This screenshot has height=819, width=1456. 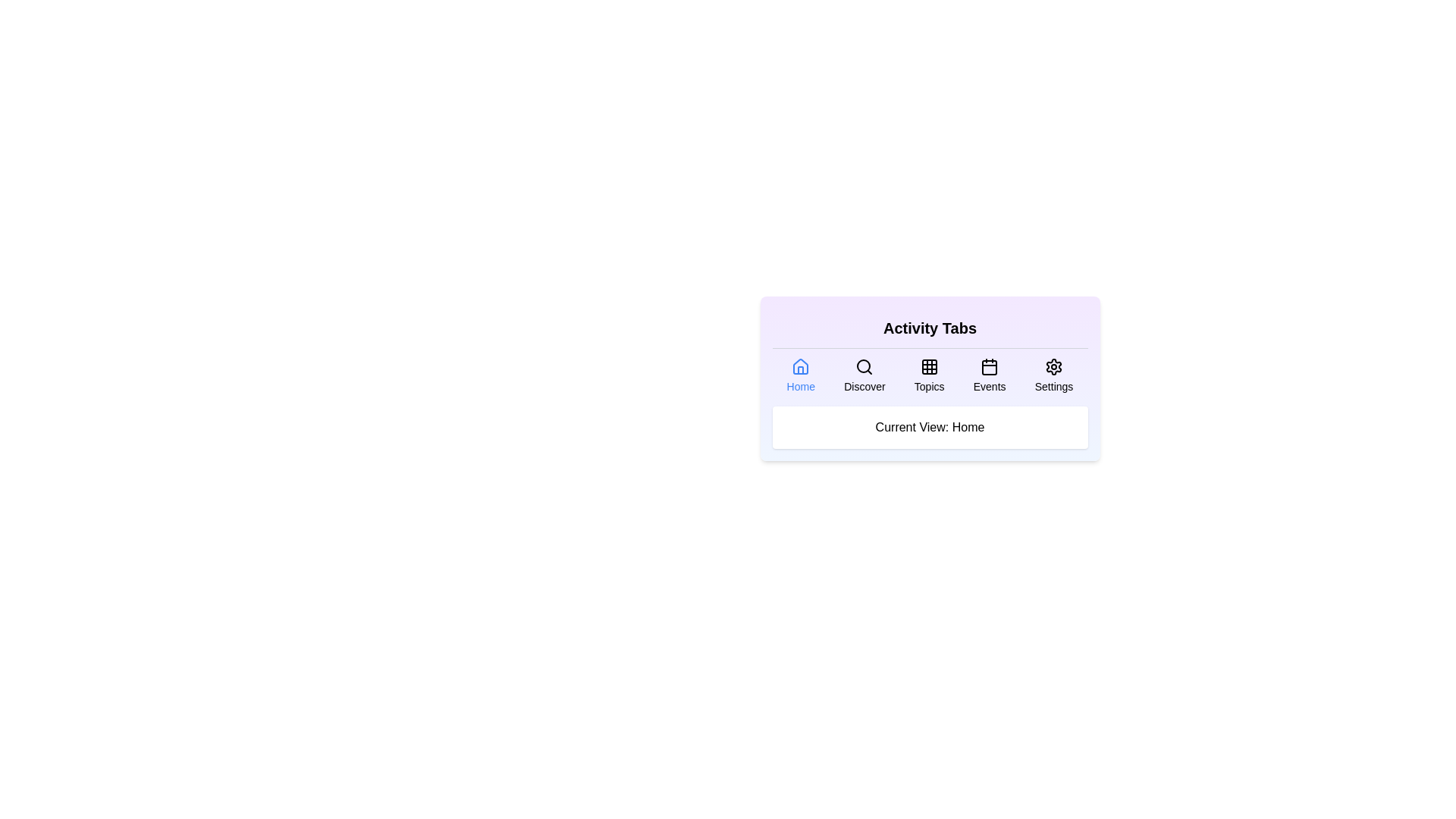 What do you see at coordinates (1053, 375) in the screenshot?
I see `the Settings tab` at bounding box center [1053, 375].